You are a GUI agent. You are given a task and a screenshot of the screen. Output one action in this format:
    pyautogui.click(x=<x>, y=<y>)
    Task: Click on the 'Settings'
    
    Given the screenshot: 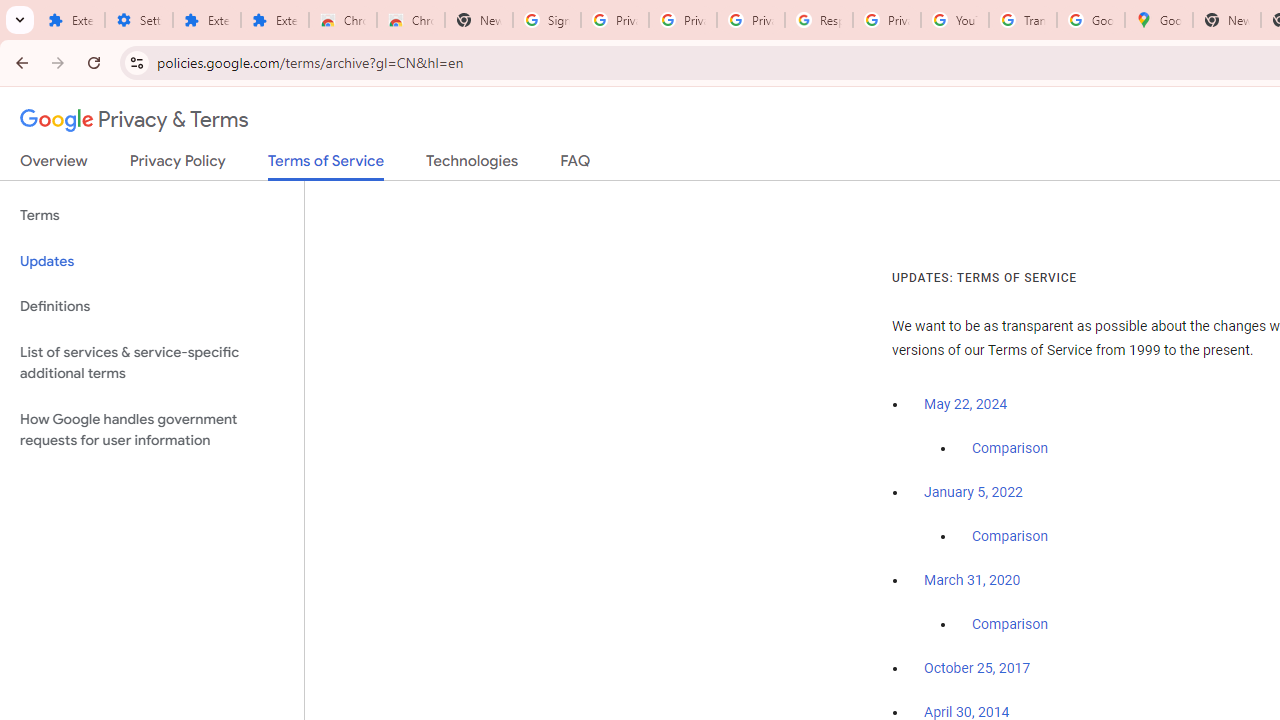 What is the action you would take?
    pyautogui.click(x=137, y=20)
    